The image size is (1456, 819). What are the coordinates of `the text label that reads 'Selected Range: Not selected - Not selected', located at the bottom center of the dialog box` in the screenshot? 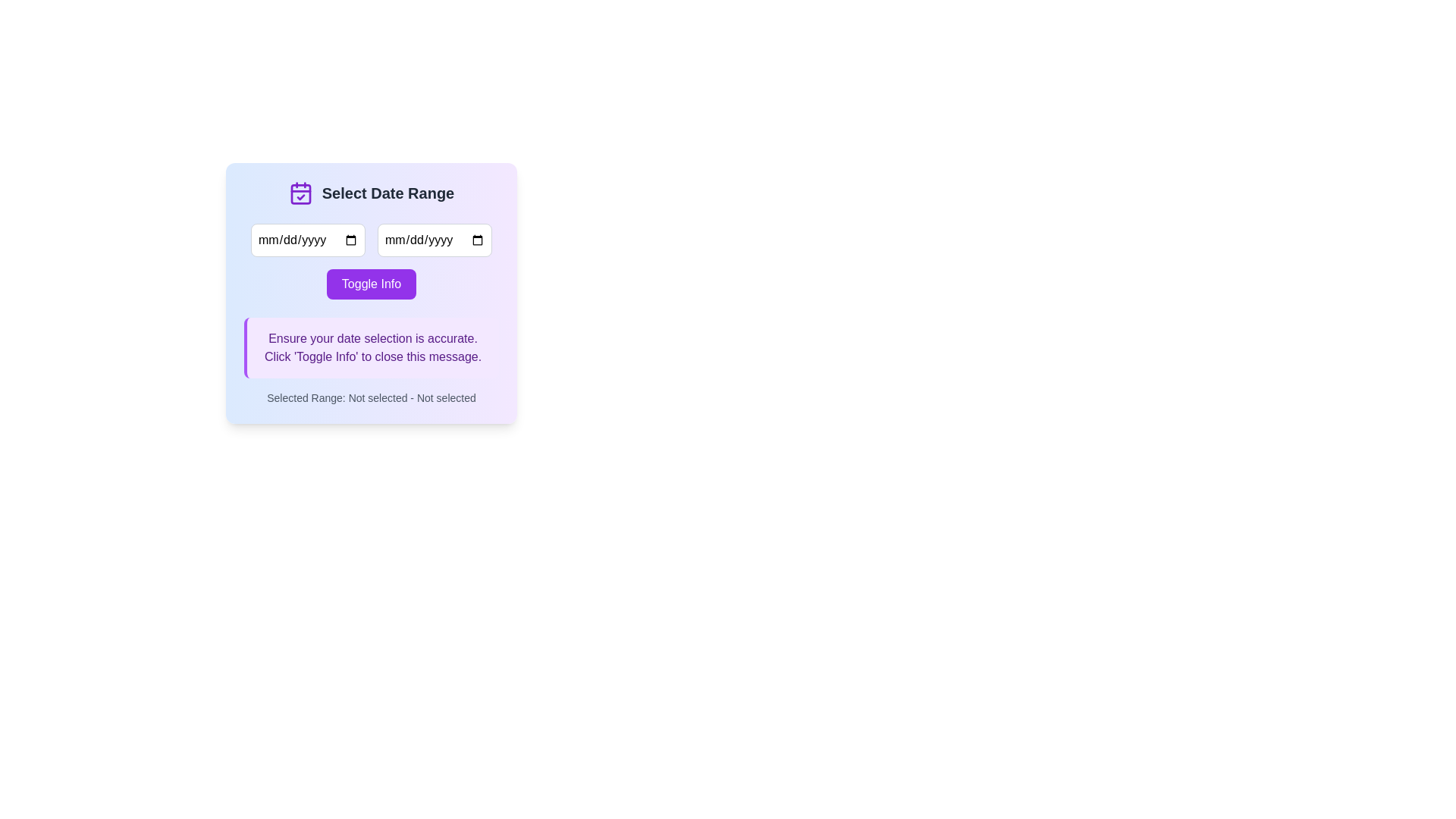 It's located at (371, 397).